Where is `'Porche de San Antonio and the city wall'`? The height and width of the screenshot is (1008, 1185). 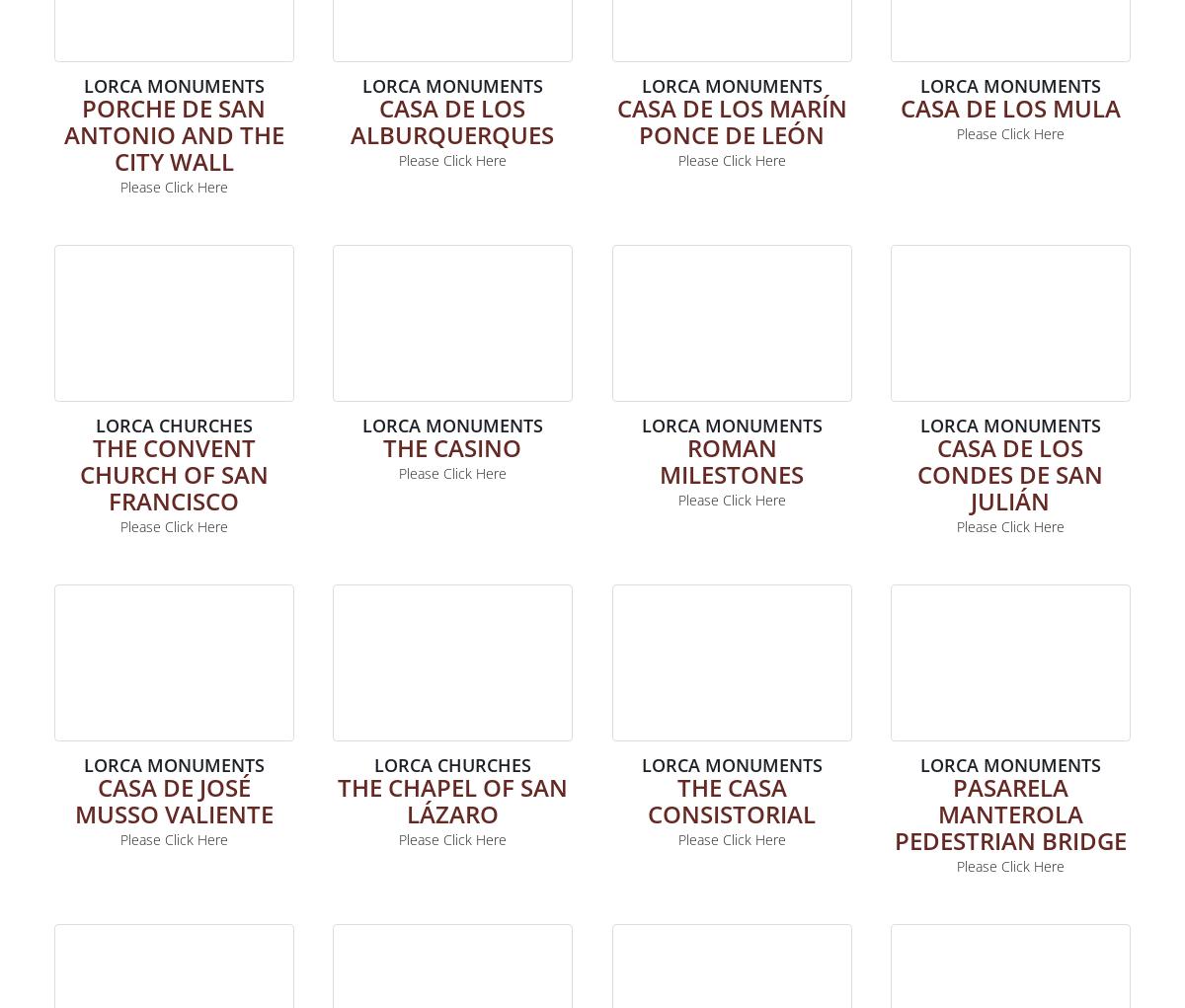 'Porche de San Antonio and the city wall' is located at coordinates (172, 133).